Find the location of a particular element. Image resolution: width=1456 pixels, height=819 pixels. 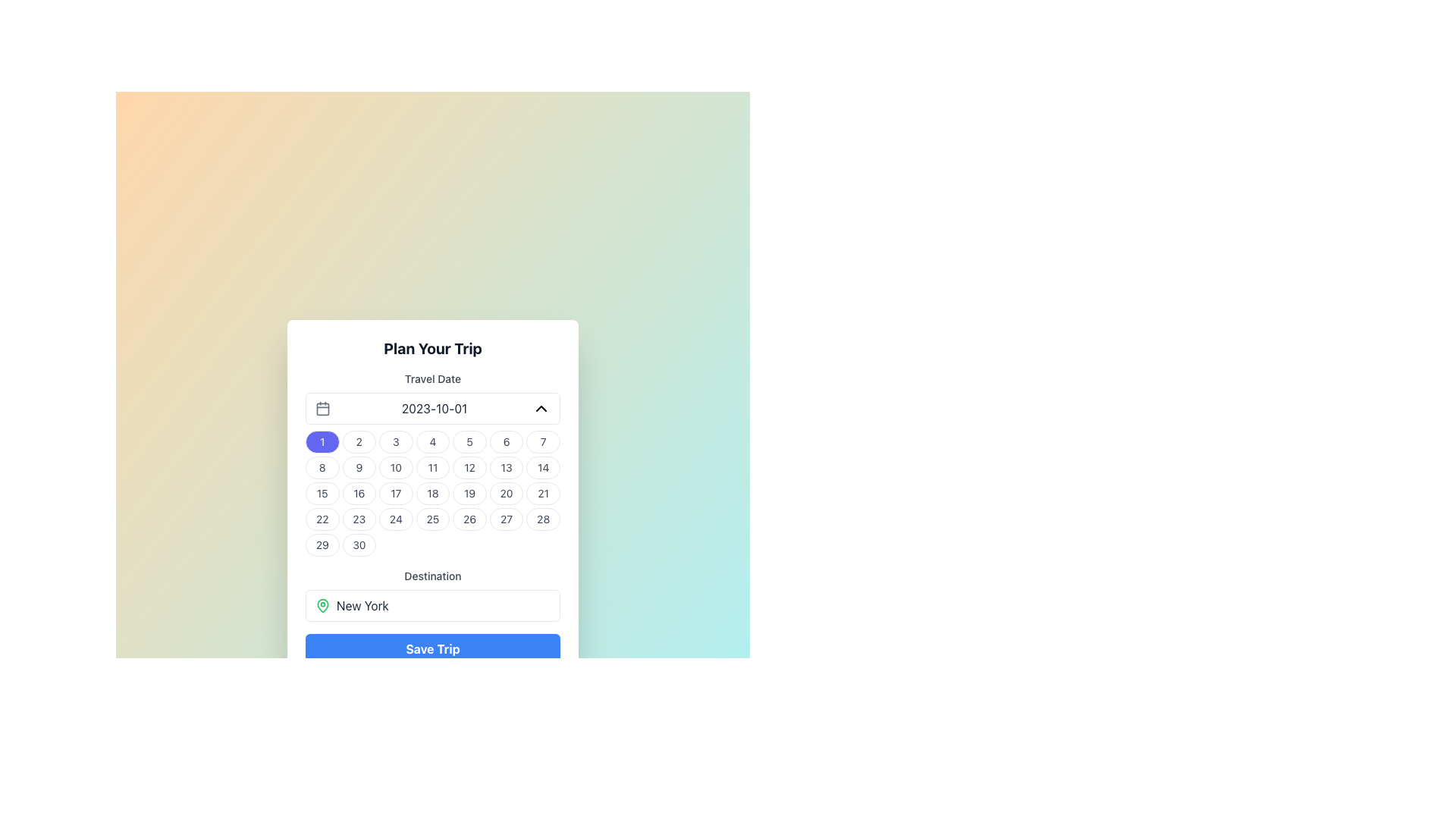

the circular button displaying the number '3' is located at coordinates (396, 441).